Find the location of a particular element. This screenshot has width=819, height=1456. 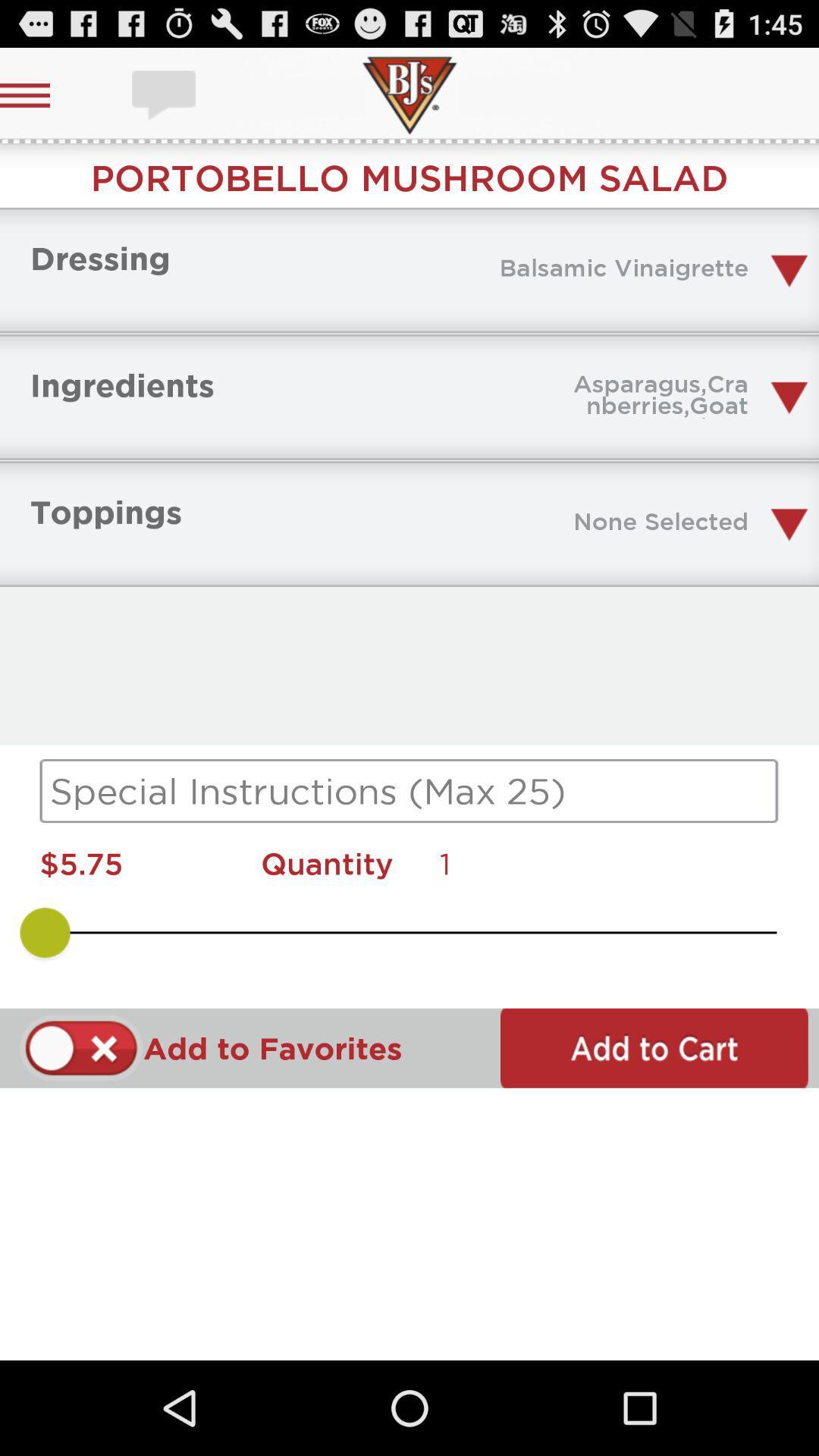

open the chat is located at coordinates (165, 94).